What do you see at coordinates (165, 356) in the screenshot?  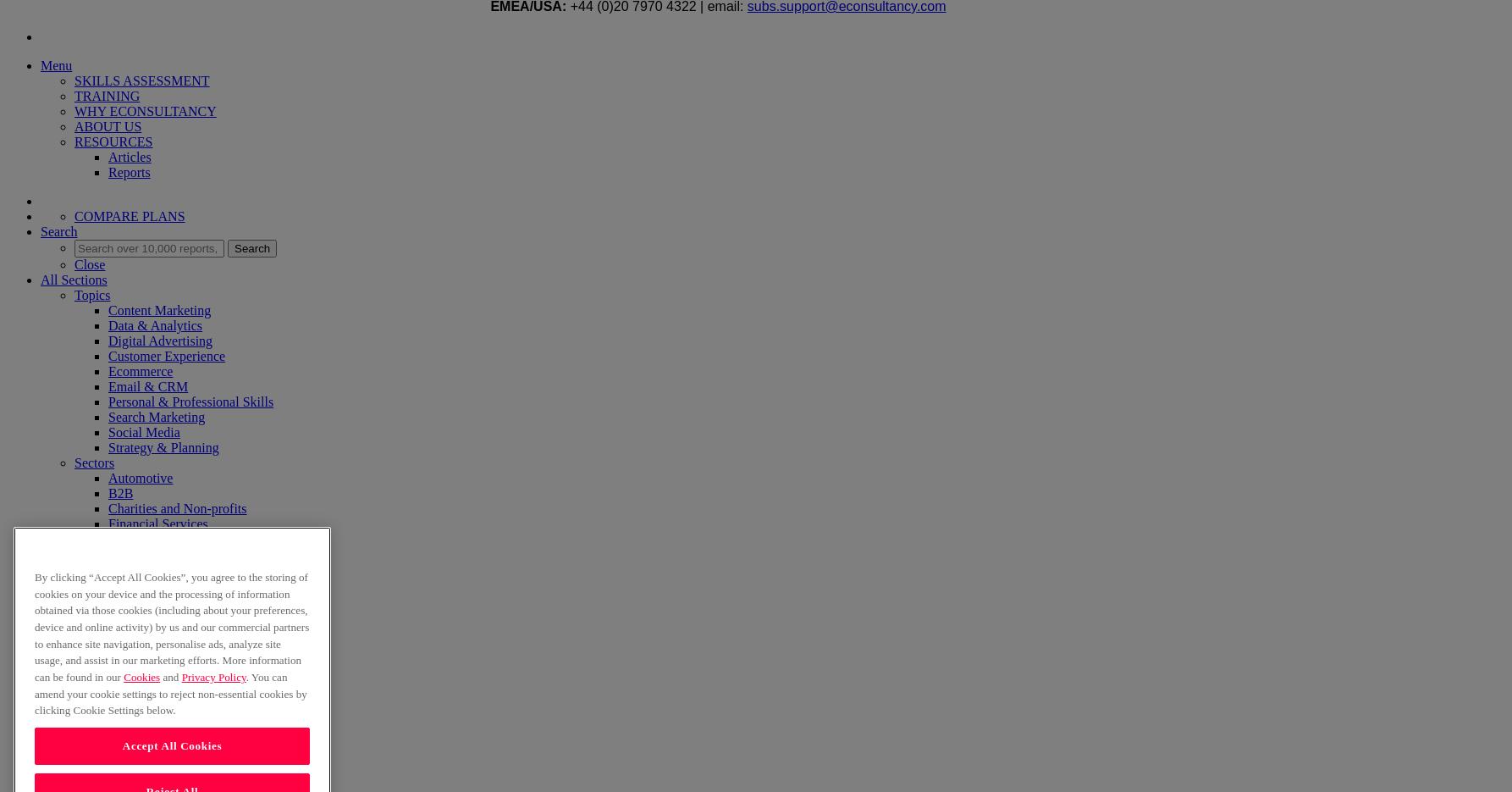 I see `'Customer Experience'` at bounding box center [165, 356].